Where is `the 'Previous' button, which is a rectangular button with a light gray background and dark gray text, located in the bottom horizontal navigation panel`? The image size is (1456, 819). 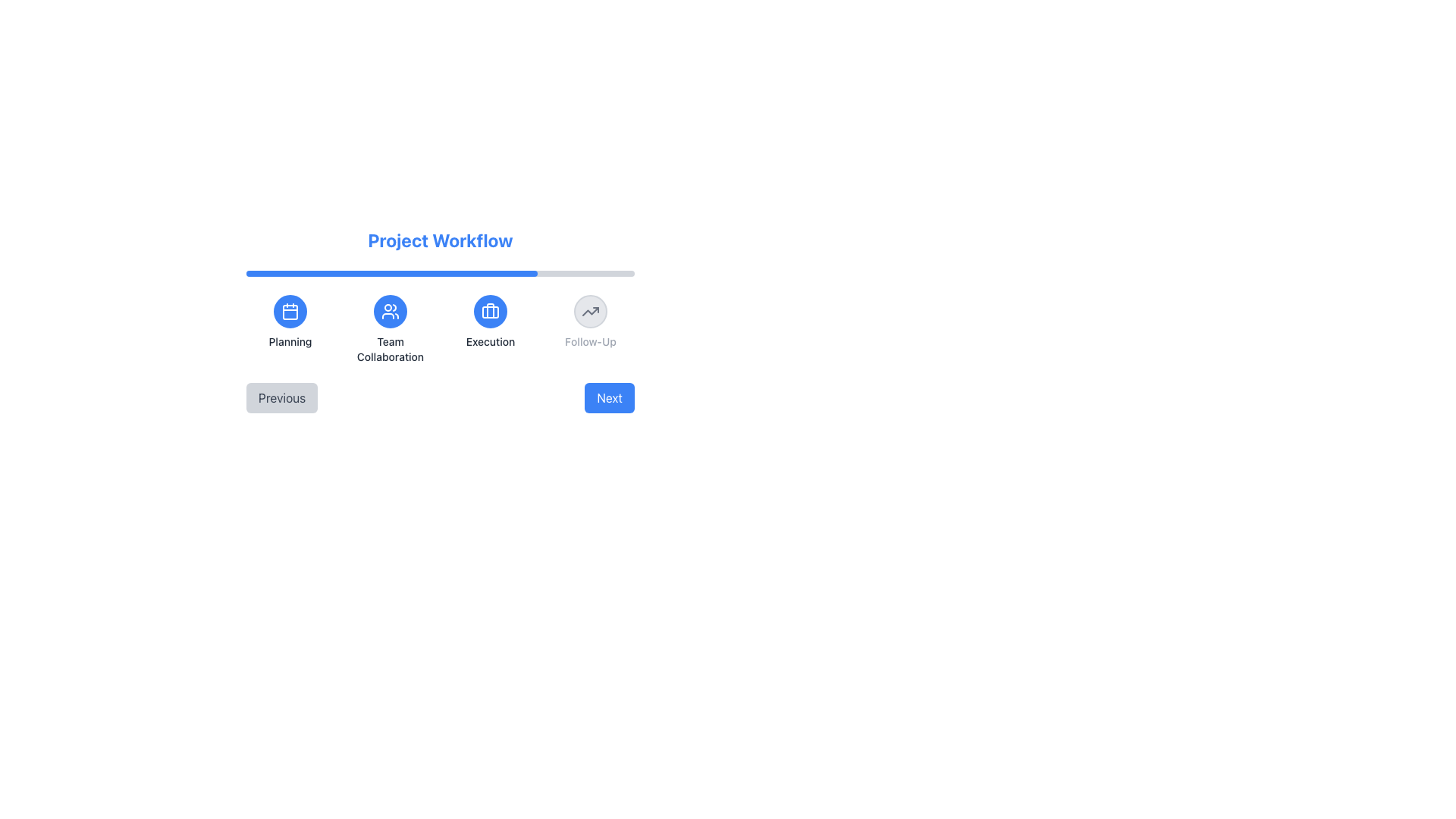
the 'Previous' button, which is a rectangular button with a light gray background and dark gray text, located in the bottom horizontal navigation panel is located at coordinates (282, 397).